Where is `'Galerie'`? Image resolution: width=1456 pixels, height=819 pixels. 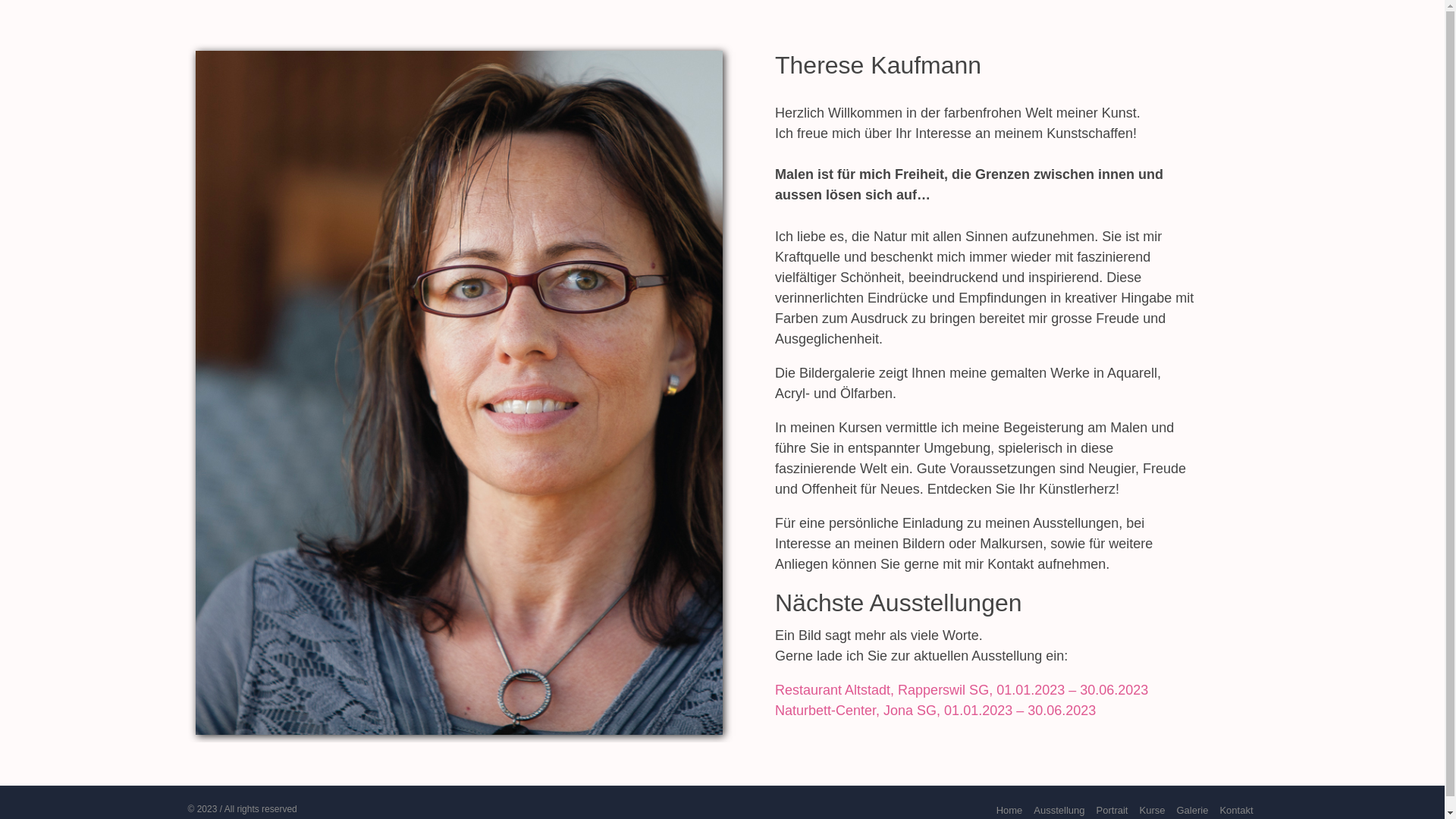 'Galerie' is located at coordinates (1175, 809).